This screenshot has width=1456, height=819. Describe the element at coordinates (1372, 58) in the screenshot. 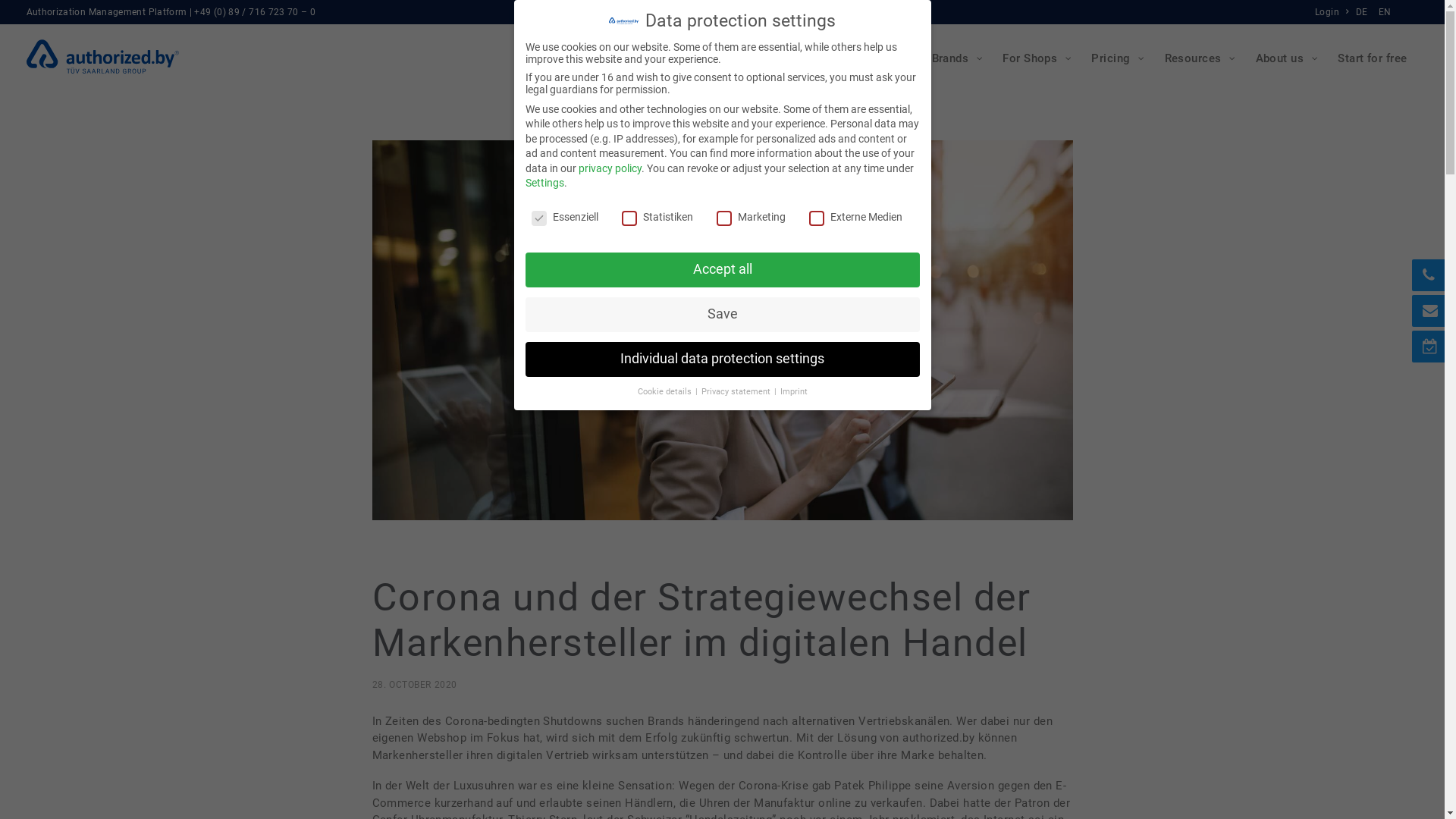

I see `'Start for free'` at that location.